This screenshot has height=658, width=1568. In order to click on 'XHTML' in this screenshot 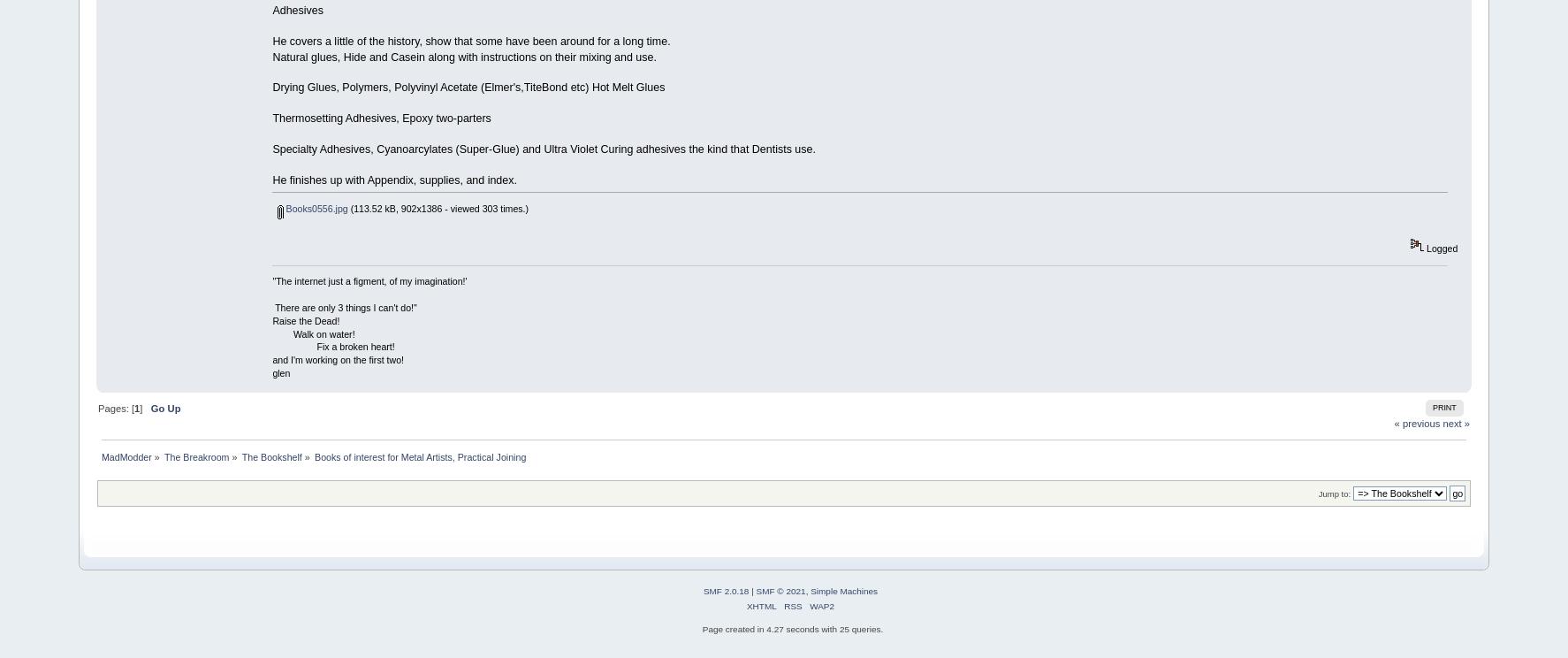, I will do `click(760, 606)`.